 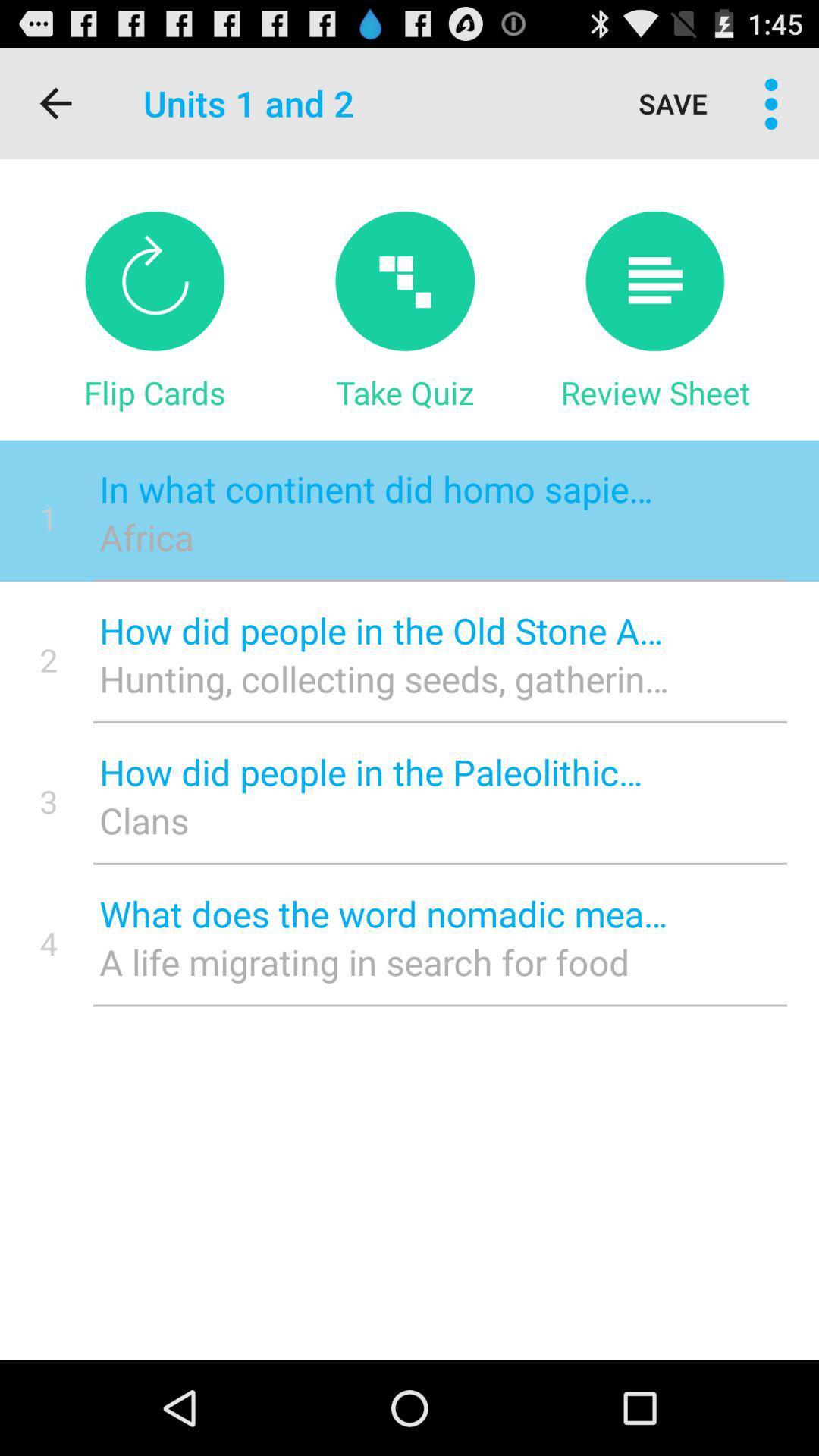 What do you see at coordinates (383, 537) in the screenshot?
I see `the africa` at bounding box center [383, 537].